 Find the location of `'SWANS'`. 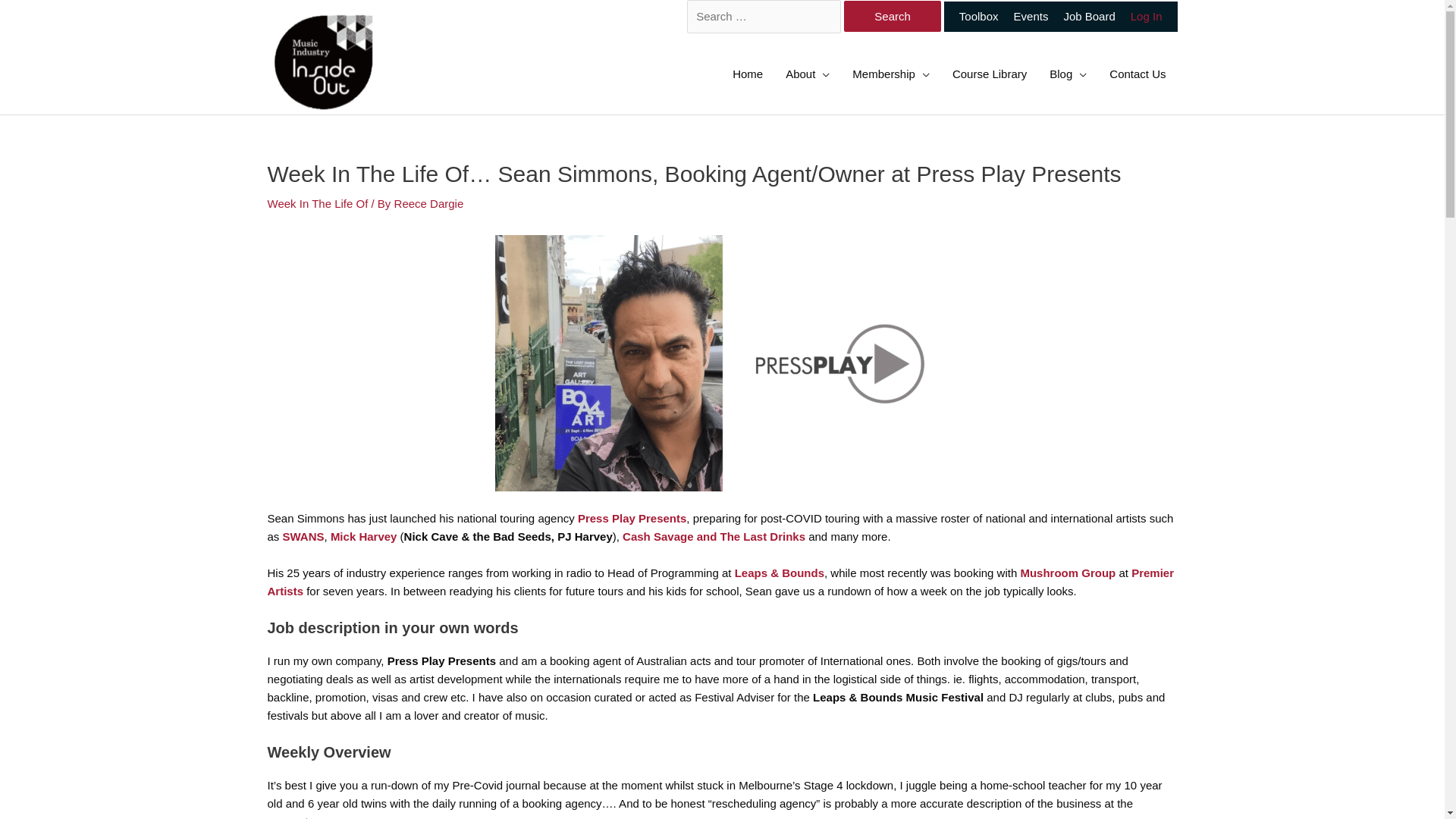

'SWANS' is located at coordinates (283, 535).